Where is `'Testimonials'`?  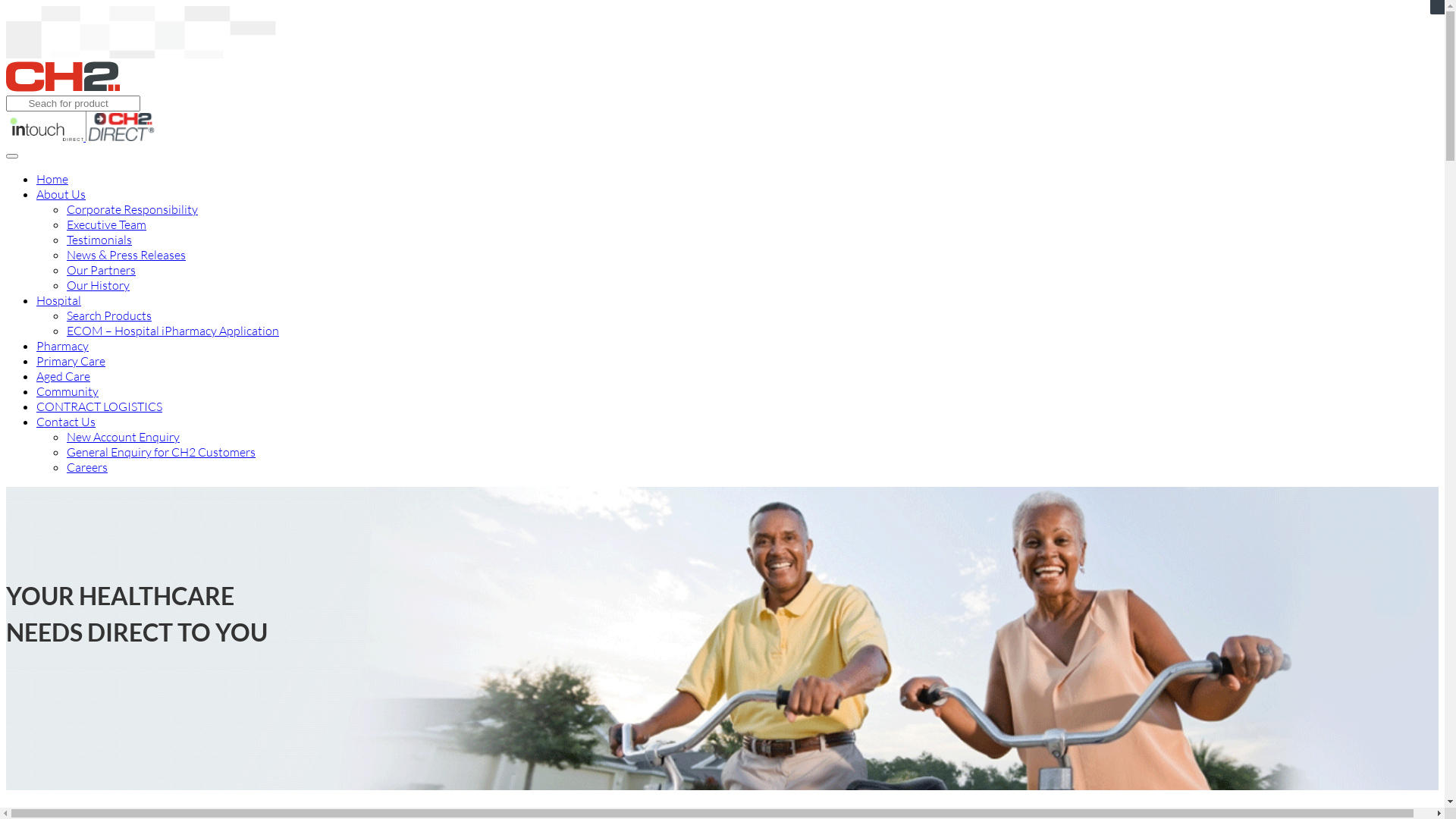
'Testimonials' is located at coordinates (98, 239).